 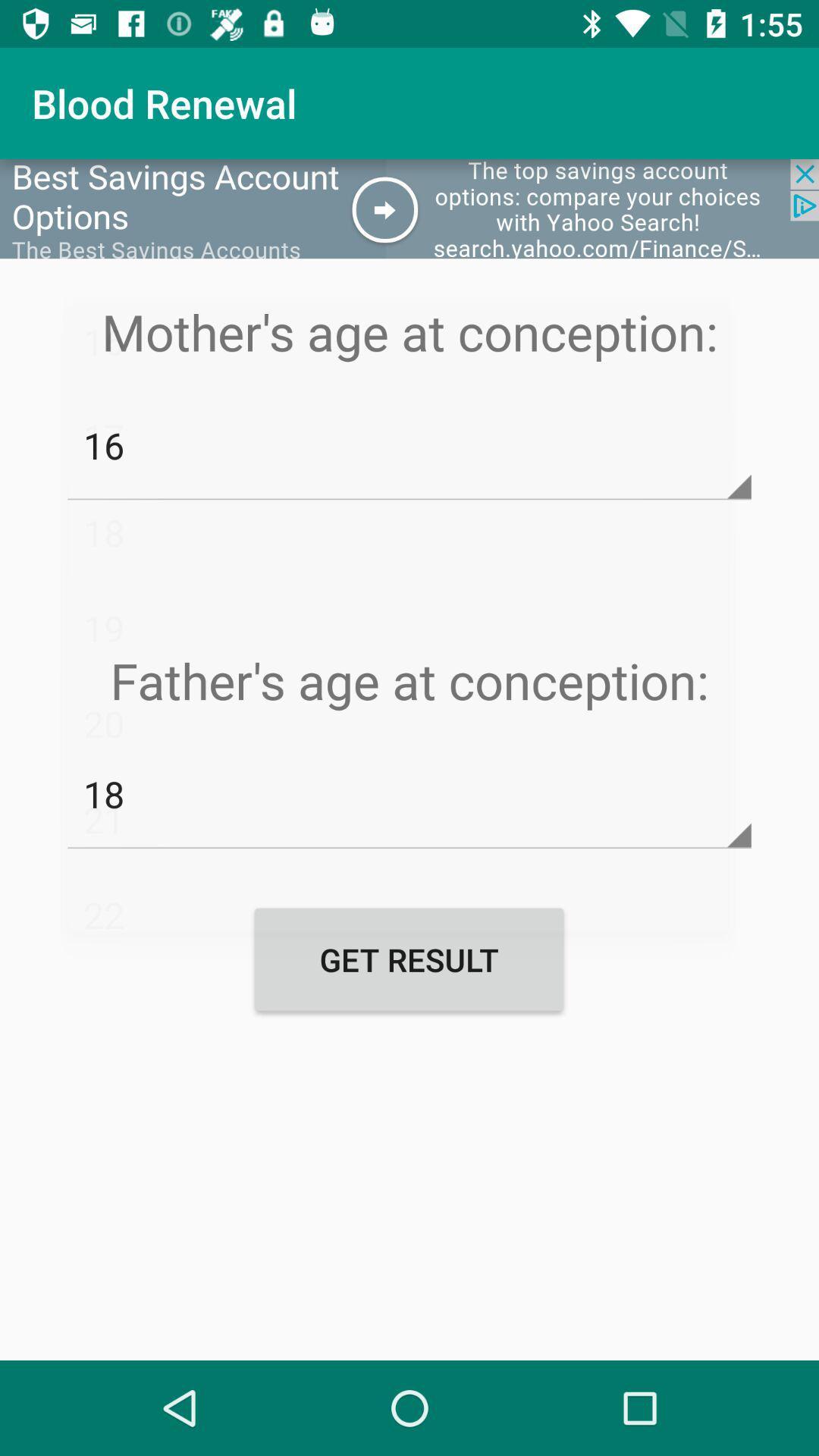 I want to click on item below 18 item, so click(x=408, y=959).